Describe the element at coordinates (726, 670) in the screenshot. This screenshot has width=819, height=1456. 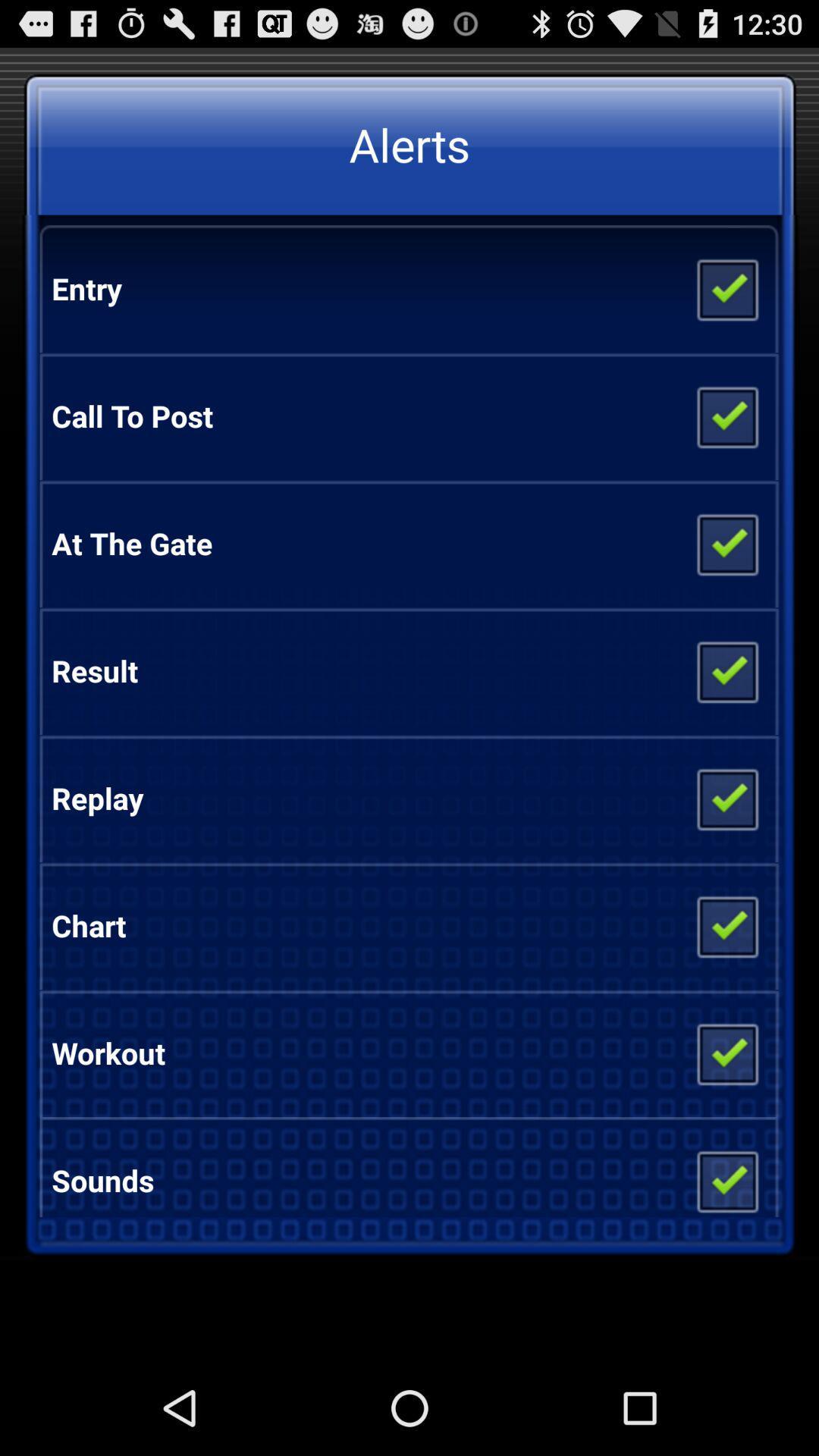
I see `result alerts` at that location.